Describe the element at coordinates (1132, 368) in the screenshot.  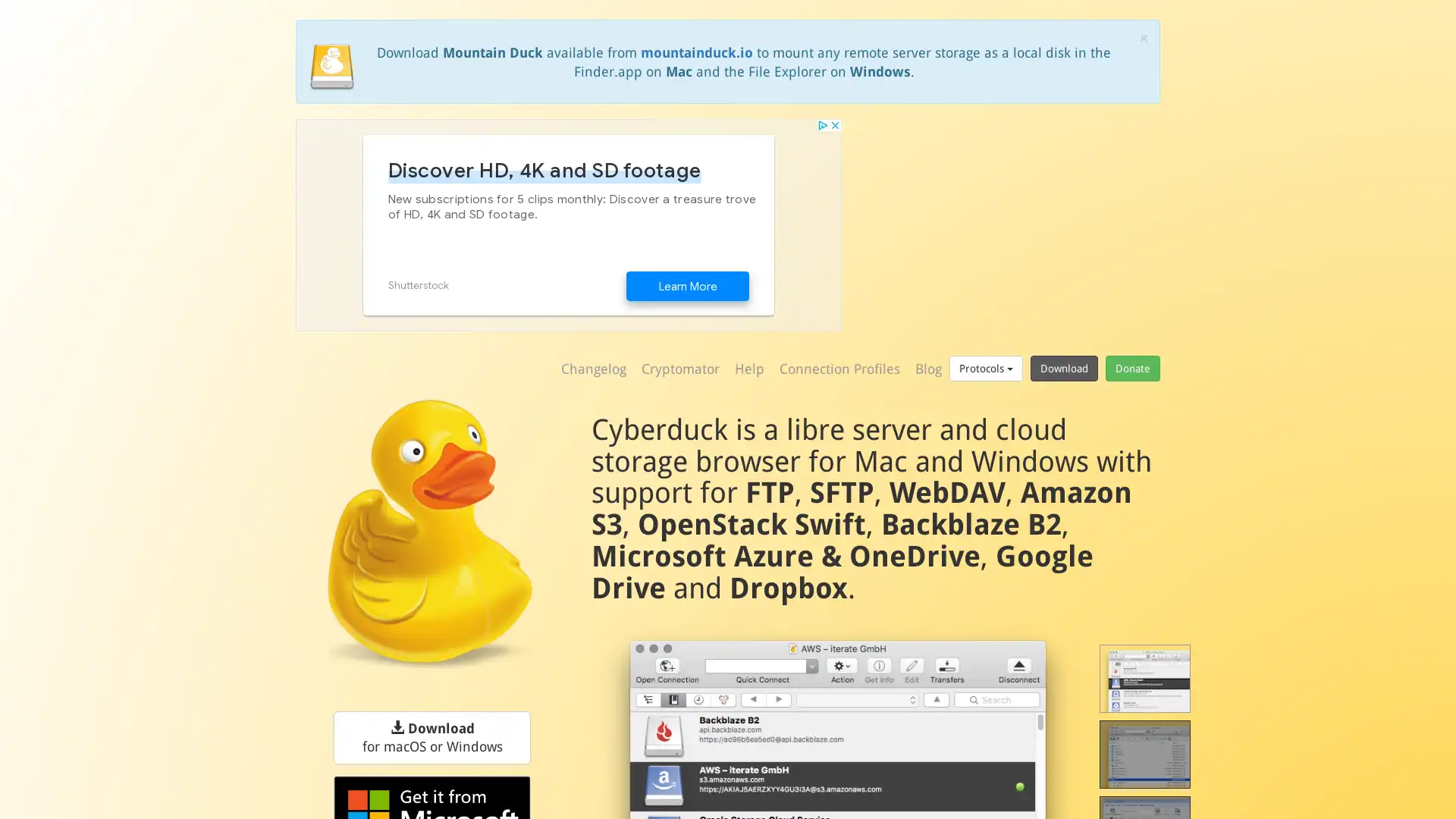
I see `Donate` at that location.